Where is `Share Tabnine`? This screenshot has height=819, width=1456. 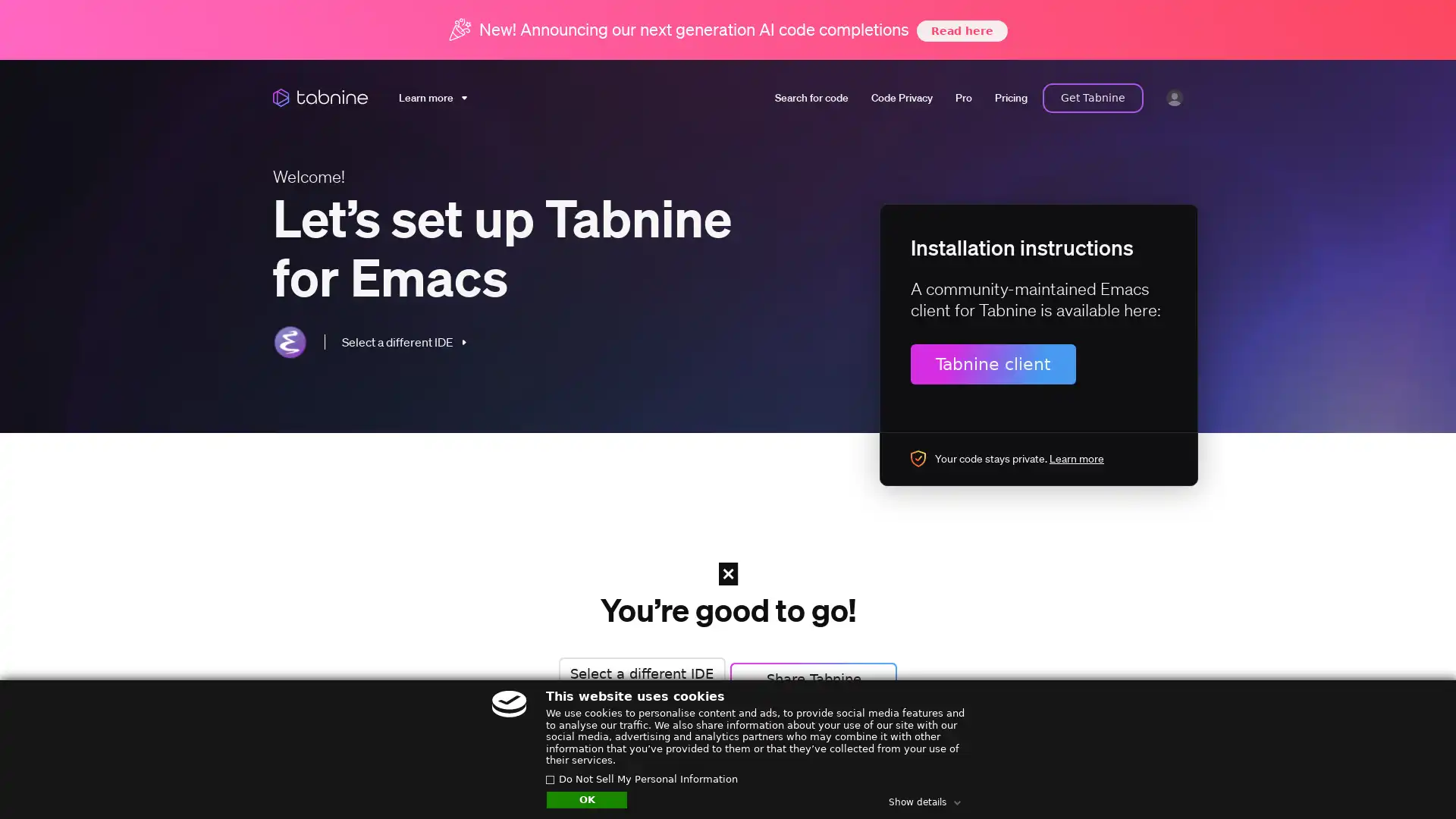
Share Tabnine is located at coordinates (818, 673).